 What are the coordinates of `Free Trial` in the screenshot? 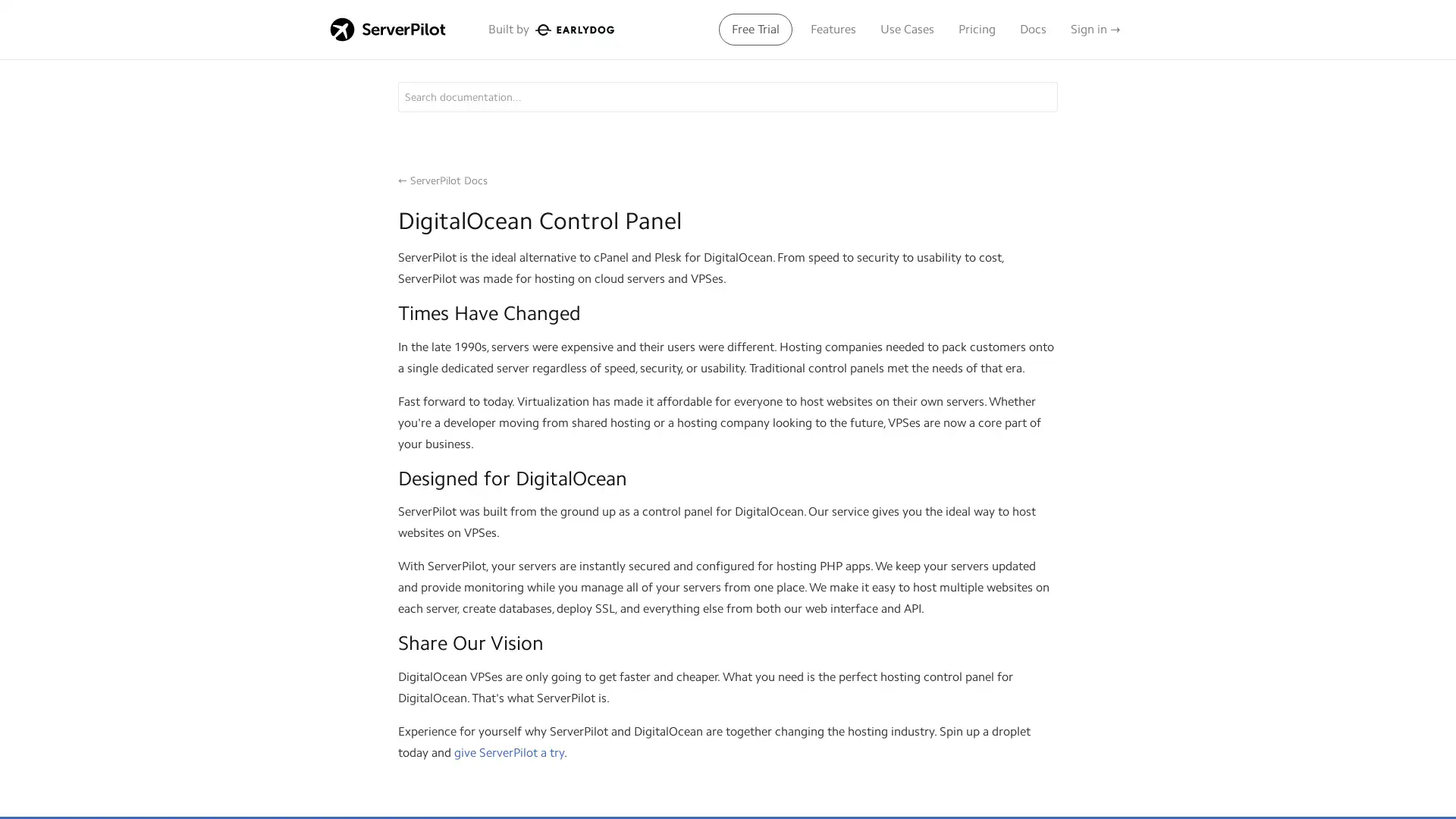 It's located at (755, 29).